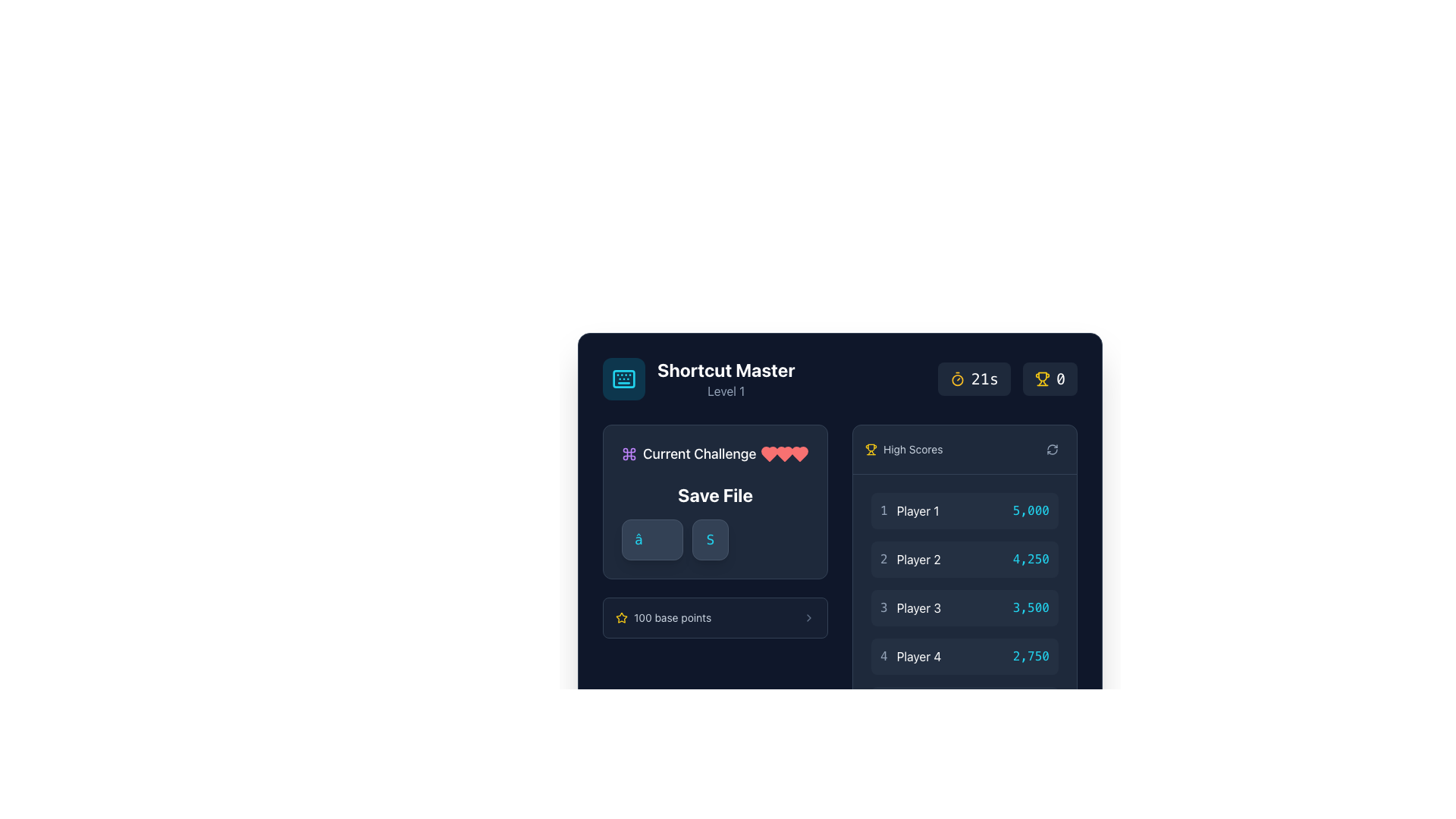  Describe the element at coordinates (964, 656) in the screenshot. I see `the list item displaying '4 Player 4' with a cyan numerical value '2,750' in the 'High Scores' panel` at that location.